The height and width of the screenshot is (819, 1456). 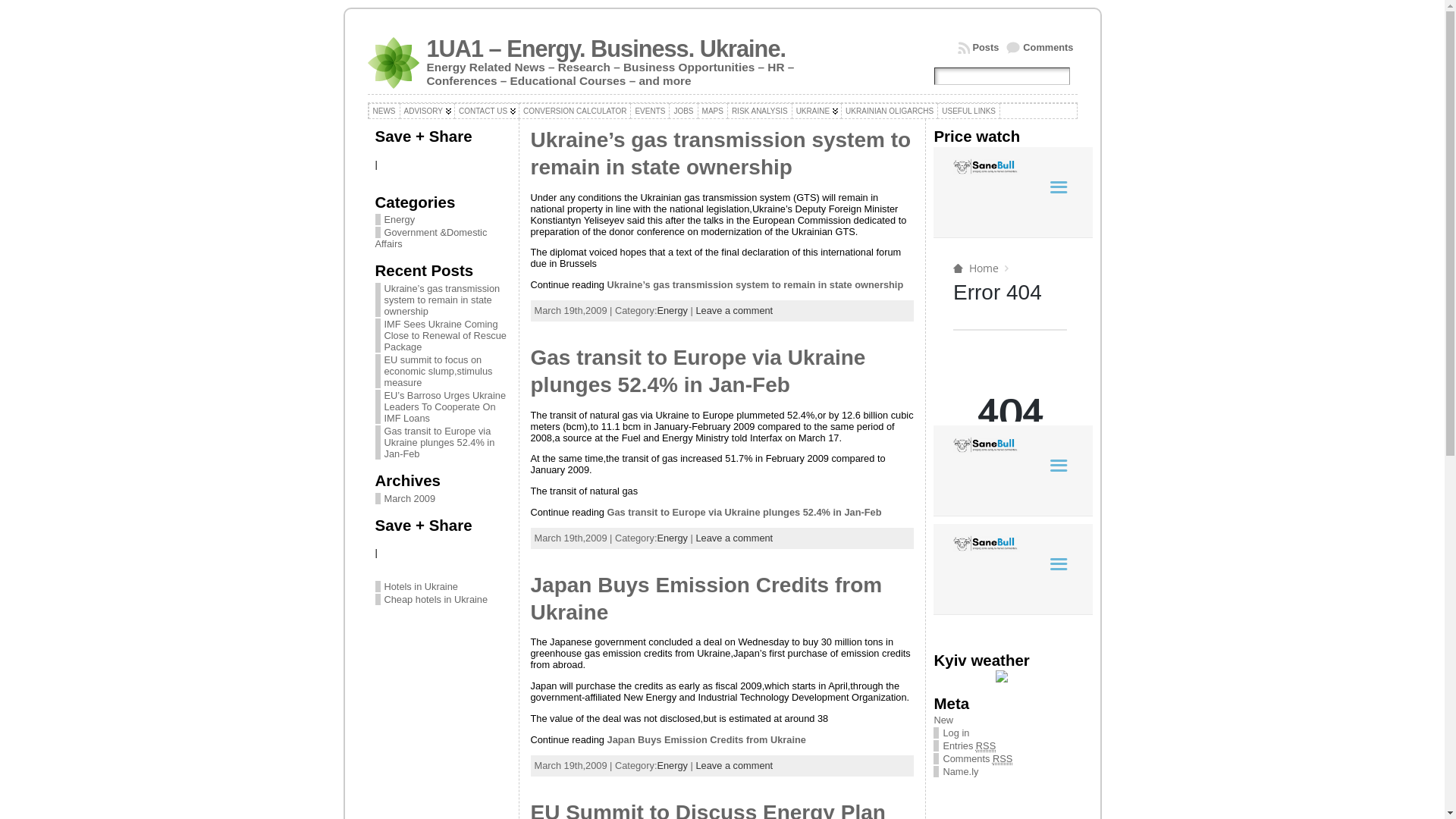 What do you see at coordinates (942, 719) in the screenshot?
I see `'New'` at bounding box center [942, 719].